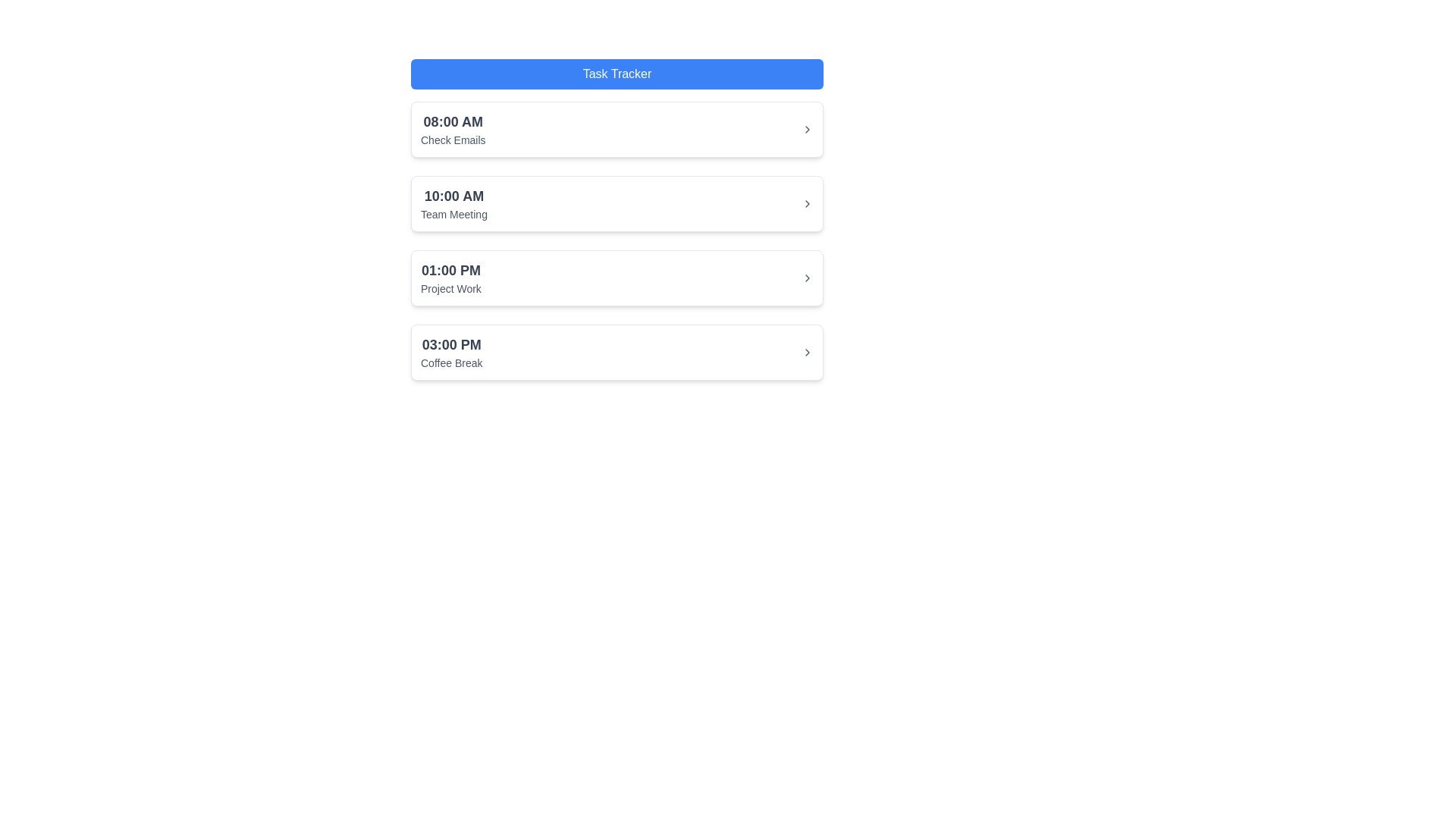 This screenshot has width=1456, height=819. I want to click on the static text label that provides descriptive information for the scheduled task associated with the '03:00 PM' time slot, located within the fourth item of a vertically aligned list of time blocks, so click(450, 362).